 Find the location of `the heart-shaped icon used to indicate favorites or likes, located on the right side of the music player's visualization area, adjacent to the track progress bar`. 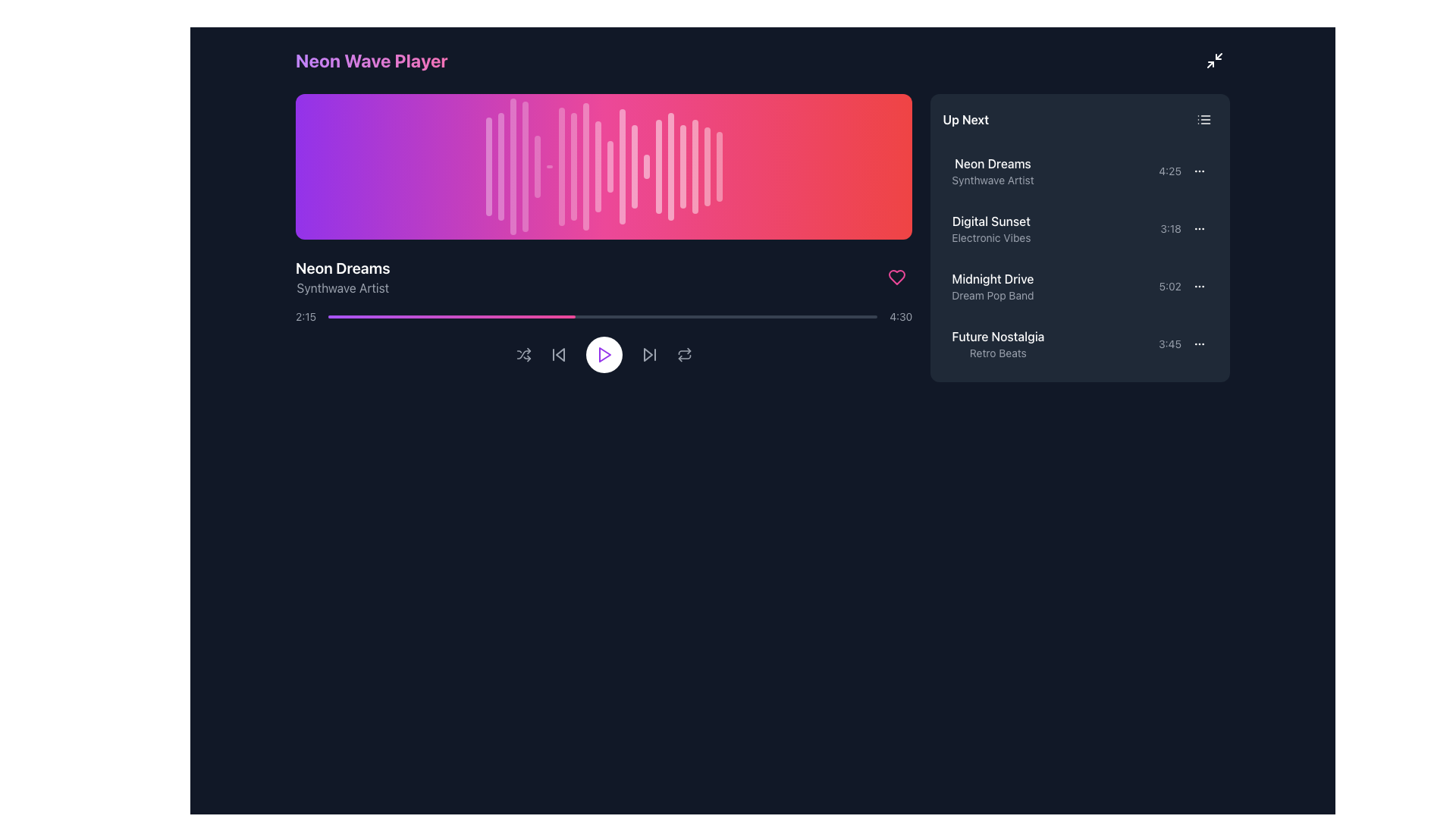

the heart-shaped icon used to indicate favorites or likes, located on the right side of the music player's visualization area, adjacent to the track progress bar is located at coordinates (897, 278).